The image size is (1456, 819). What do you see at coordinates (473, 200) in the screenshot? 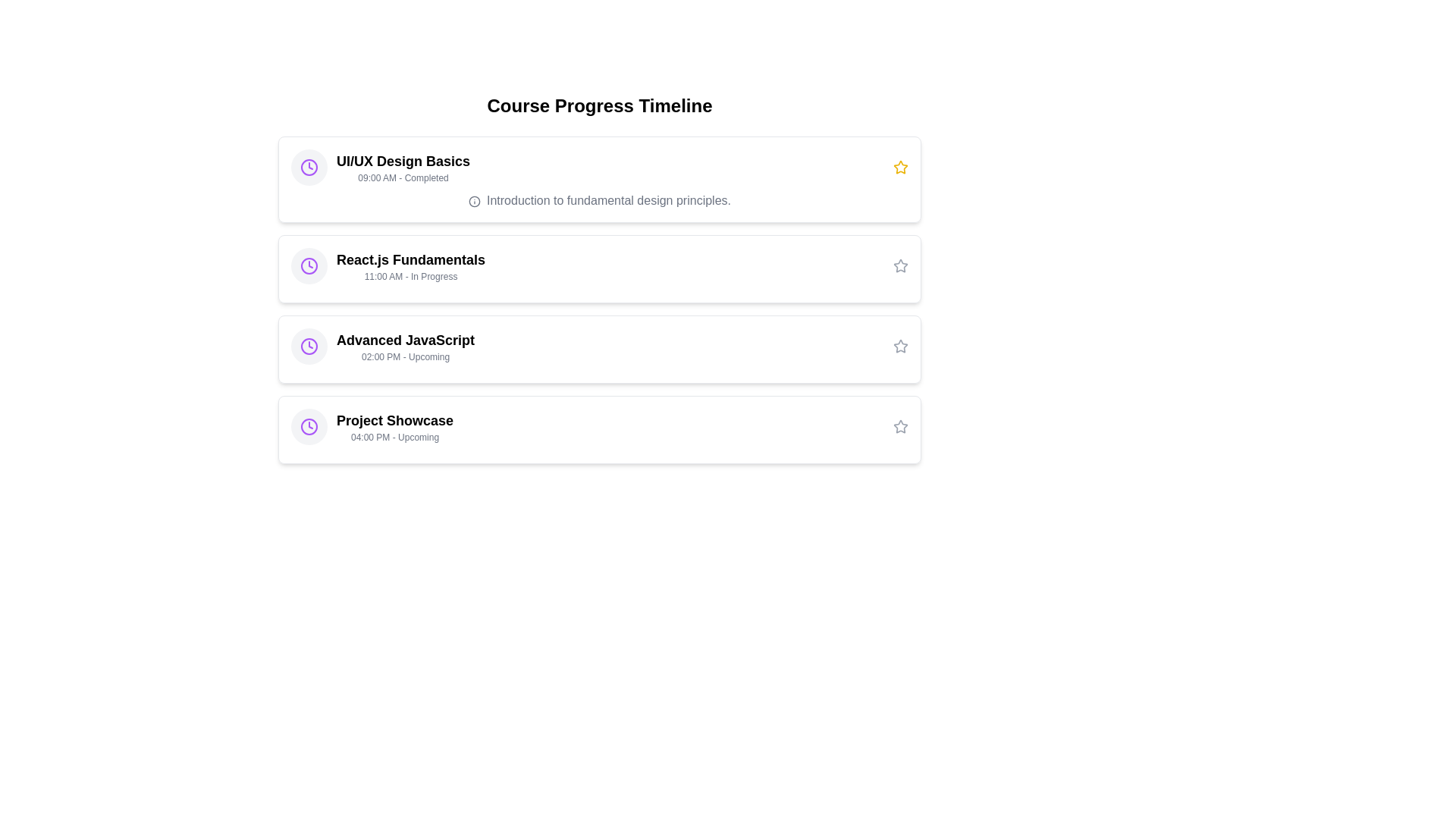
I see `the information icon located to the left of the text 'Introduction to fundamental design principles.' in the first card of the 'UI/UX Design Basics' course progress timeline` at bounding box center [473, 200].